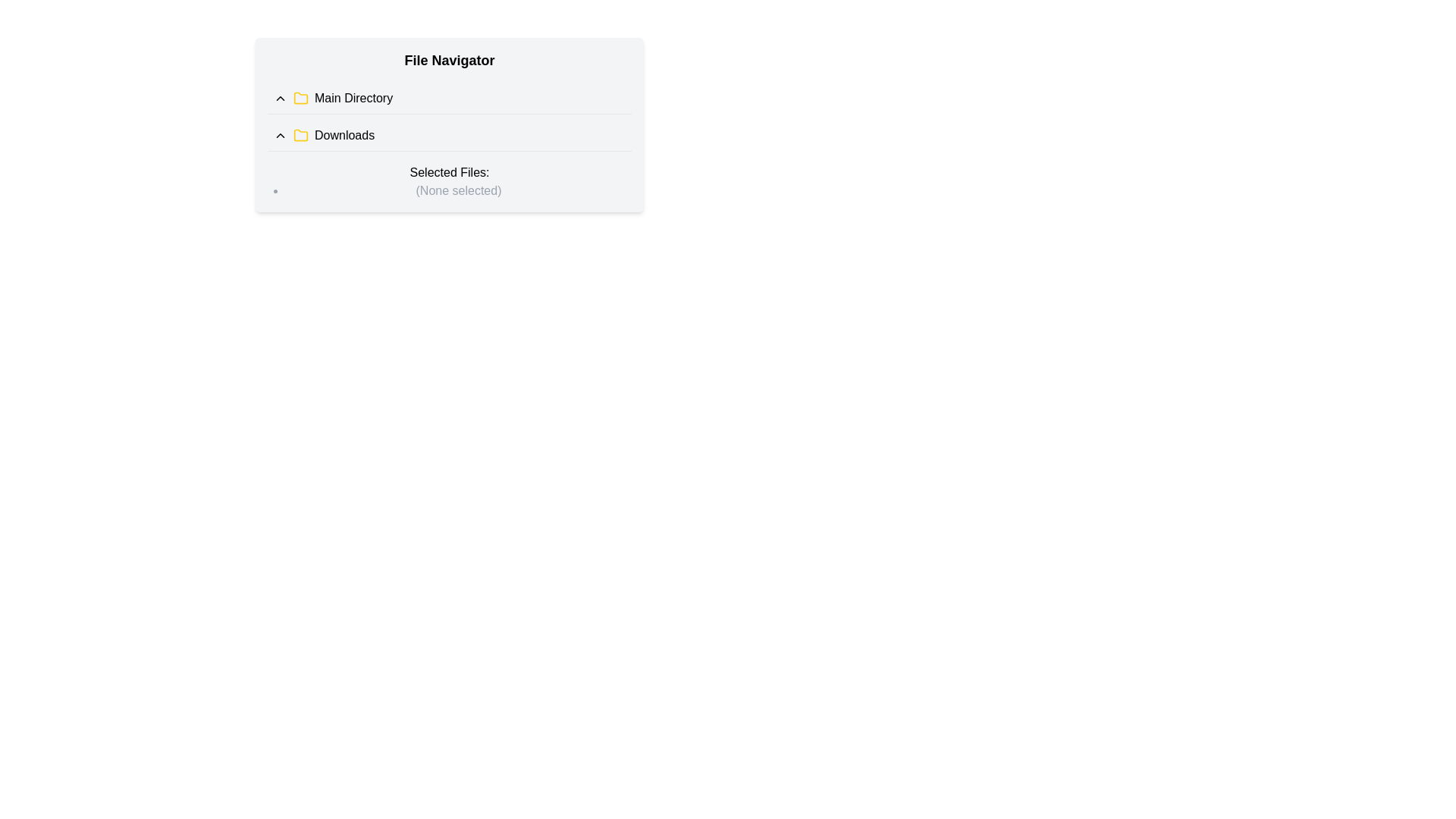 The height and width of the screenshot is (819, 1456). I want to click on the 'Main Directory' collapsible directory item, so click(449, 99).